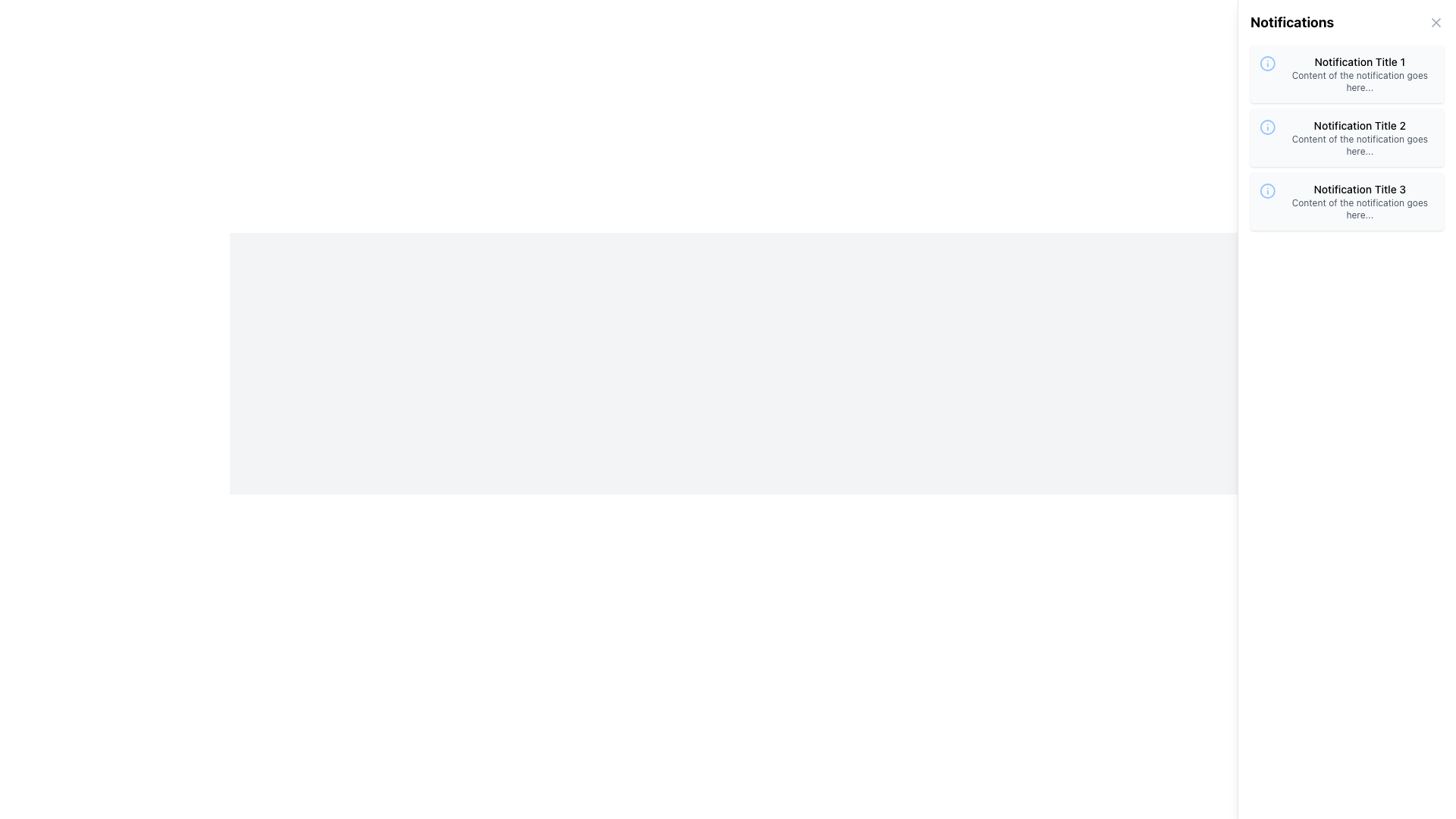 The image size is (1456, 819). I want to click on the circular graphical icon located in the third notification card, which is positioned to the left of the title text 'Notification Title 3', so click(1267, 190).